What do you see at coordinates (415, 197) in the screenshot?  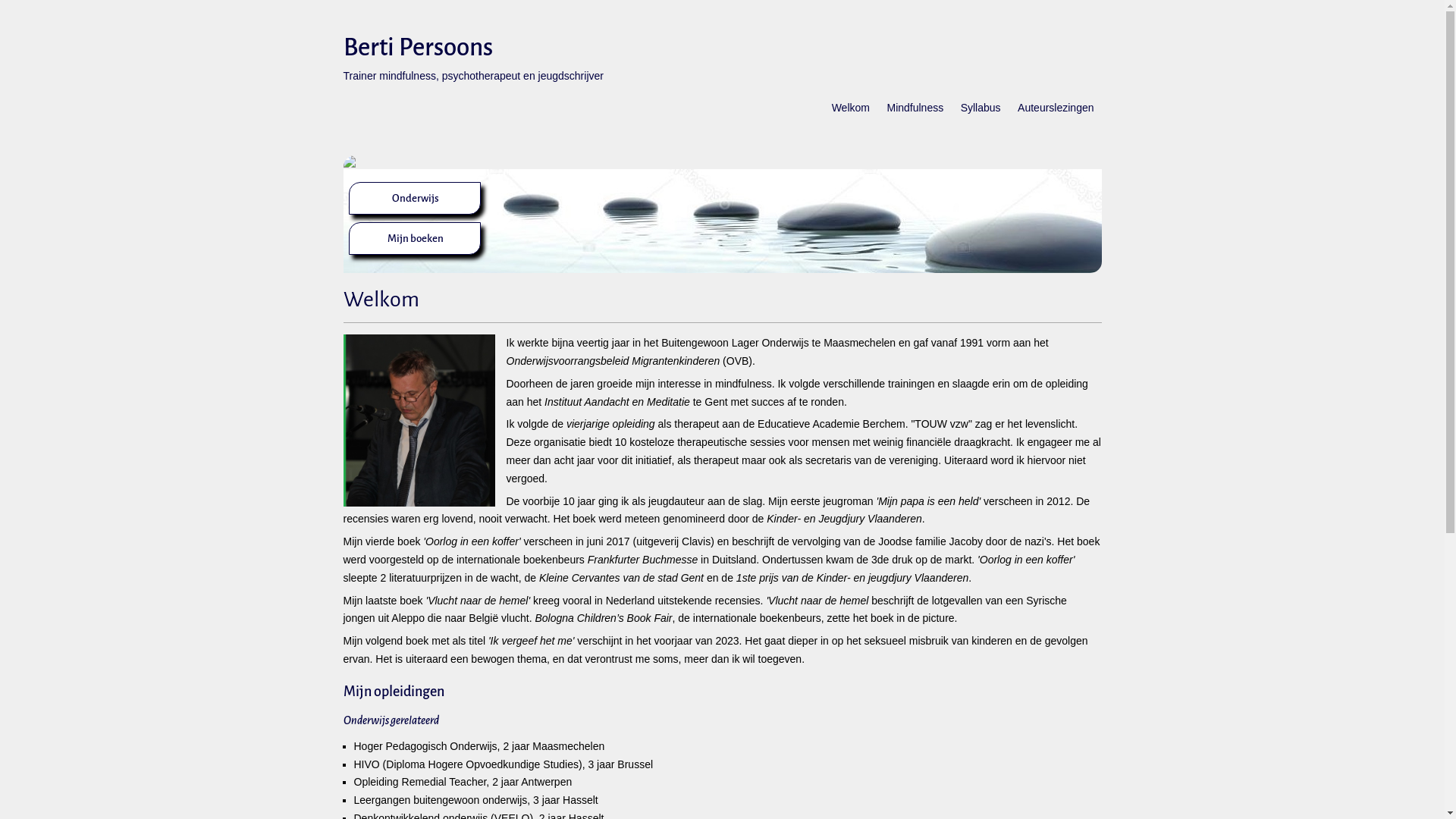 I see `'Onderwijs'` at bounding box center [415, 197].